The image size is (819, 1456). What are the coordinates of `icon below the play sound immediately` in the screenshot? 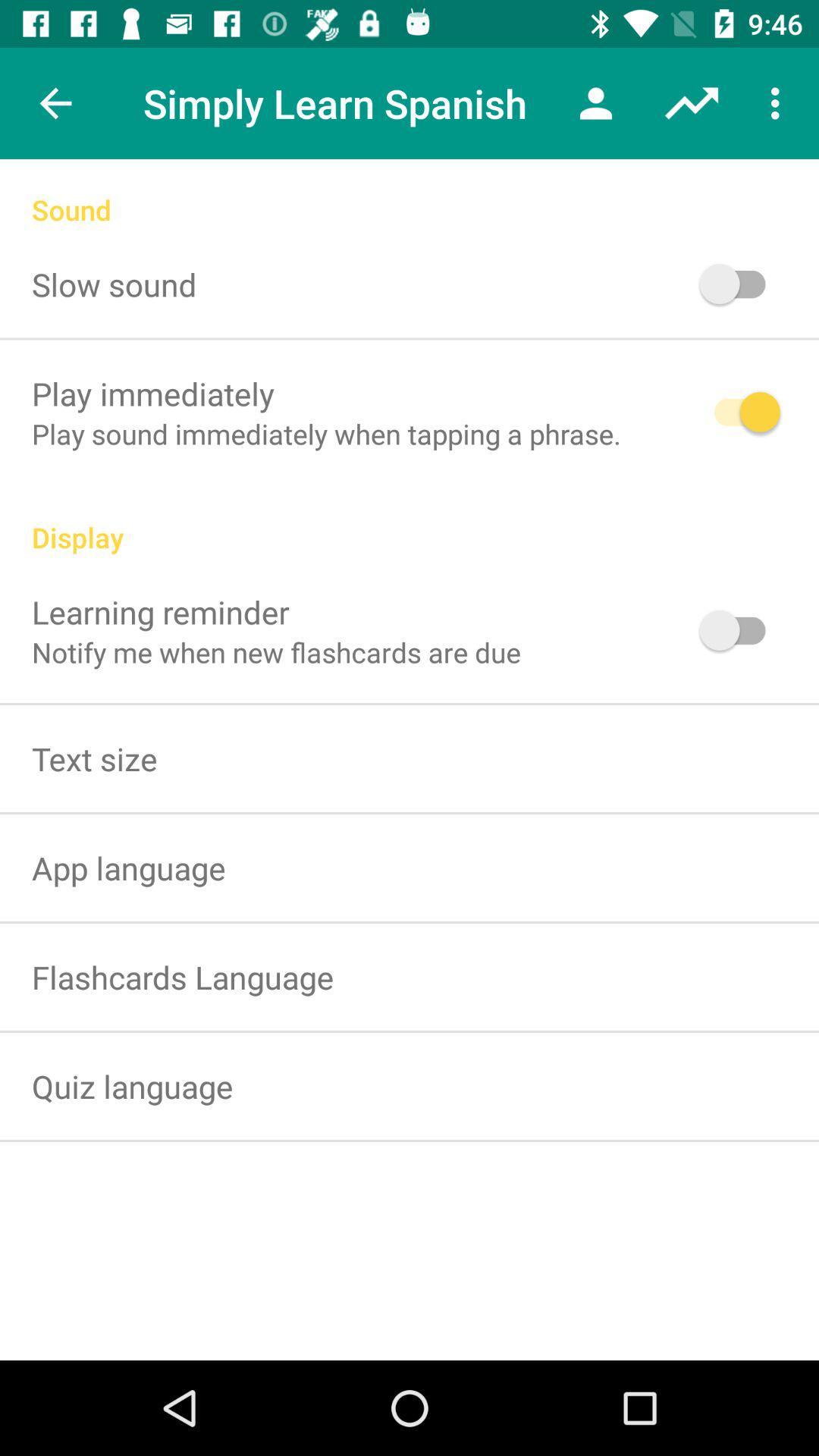 It's located at (409, 521).